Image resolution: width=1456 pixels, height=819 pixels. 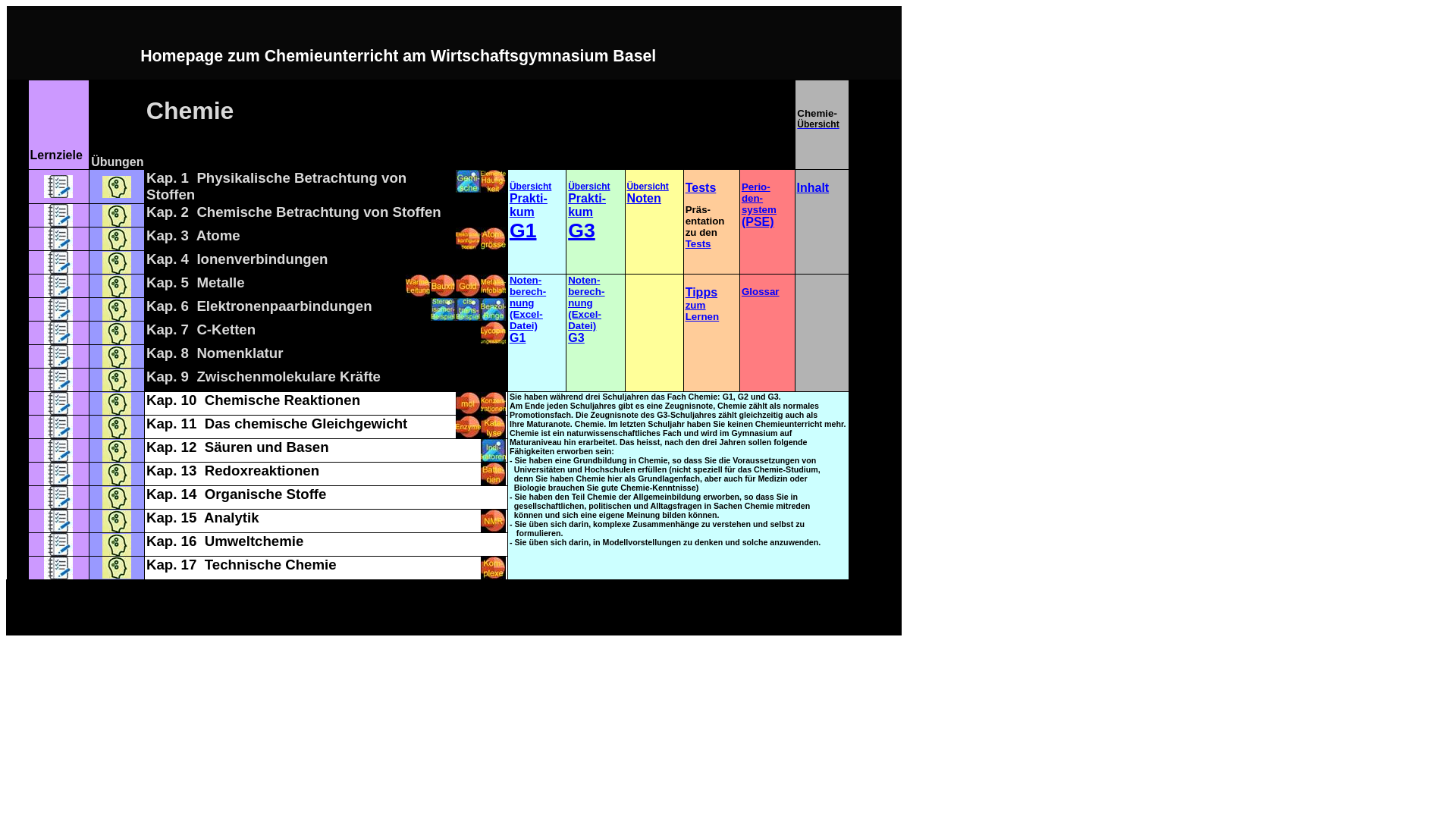 What do you see at coordinates (523, 325) in the screenshot?
I see `'Datei)'` at bounding box center [523, 325].